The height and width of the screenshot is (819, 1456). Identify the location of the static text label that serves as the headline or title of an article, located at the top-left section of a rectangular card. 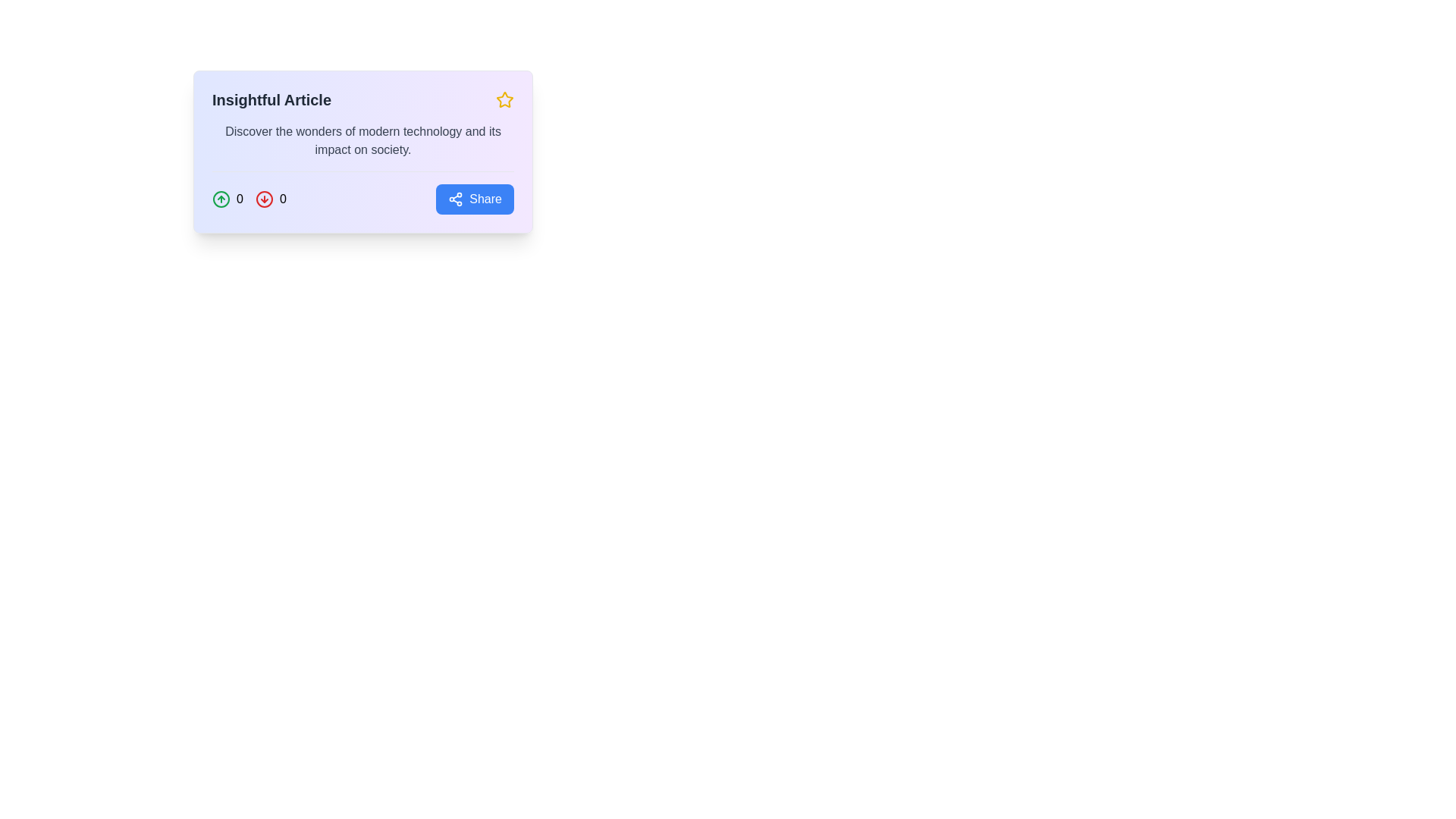
(271, 99).